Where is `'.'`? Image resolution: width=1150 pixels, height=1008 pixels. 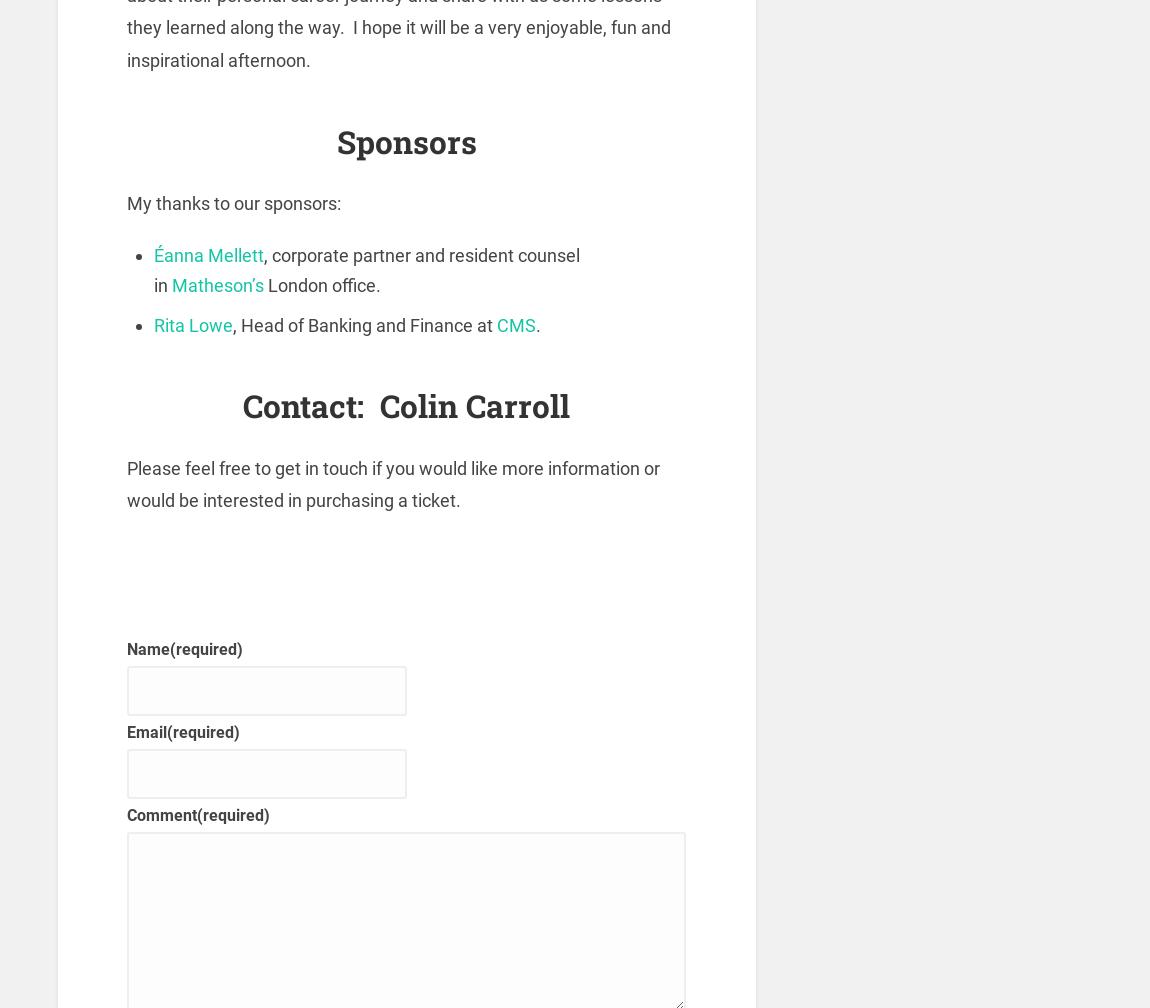 '.' is located at coordinates (538, 324).